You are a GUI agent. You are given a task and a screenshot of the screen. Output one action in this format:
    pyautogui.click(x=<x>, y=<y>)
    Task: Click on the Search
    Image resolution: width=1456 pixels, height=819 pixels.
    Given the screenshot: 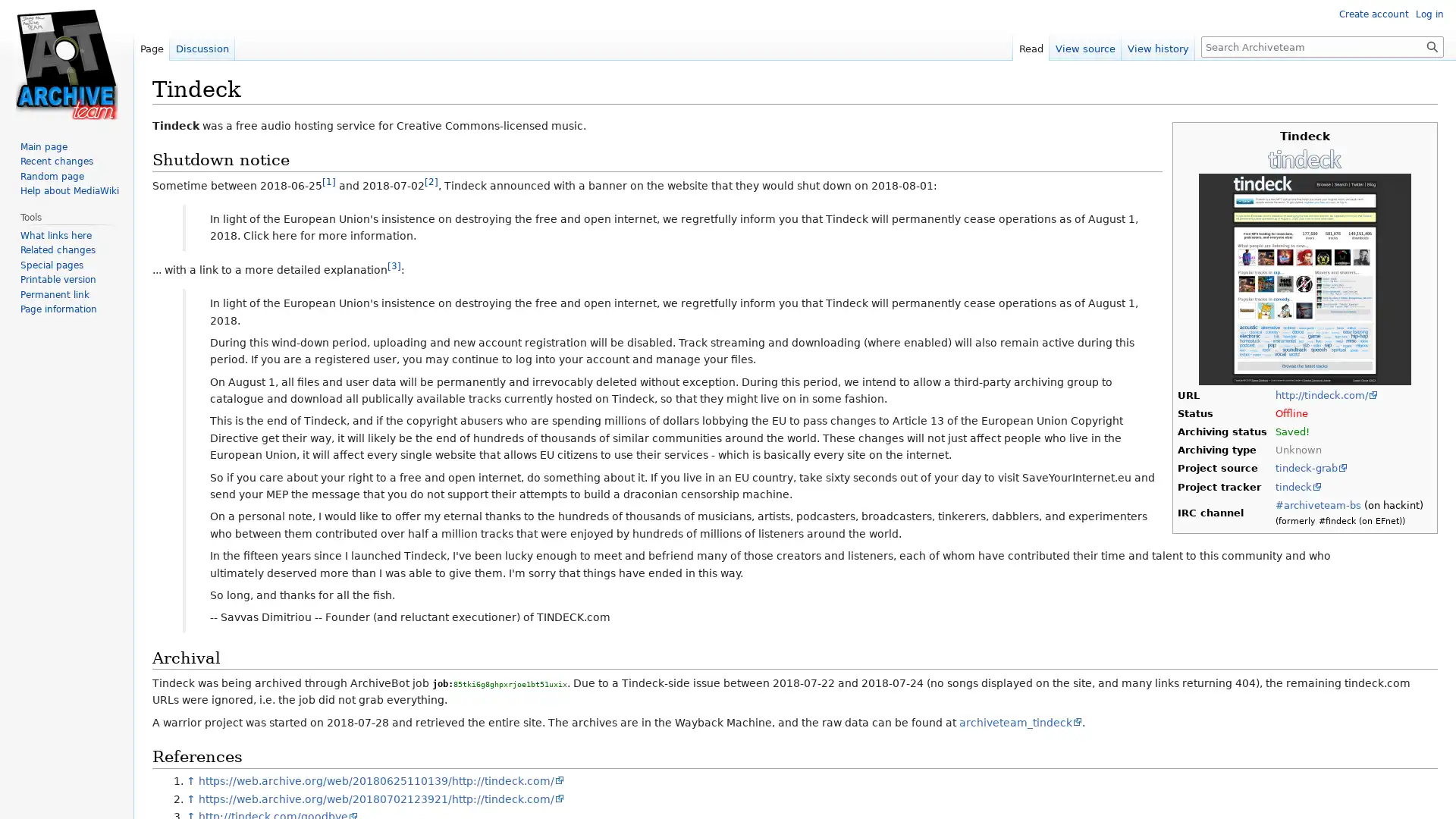 What is the action you would take?
    pyautogui.click(x=1432, y=45)
    